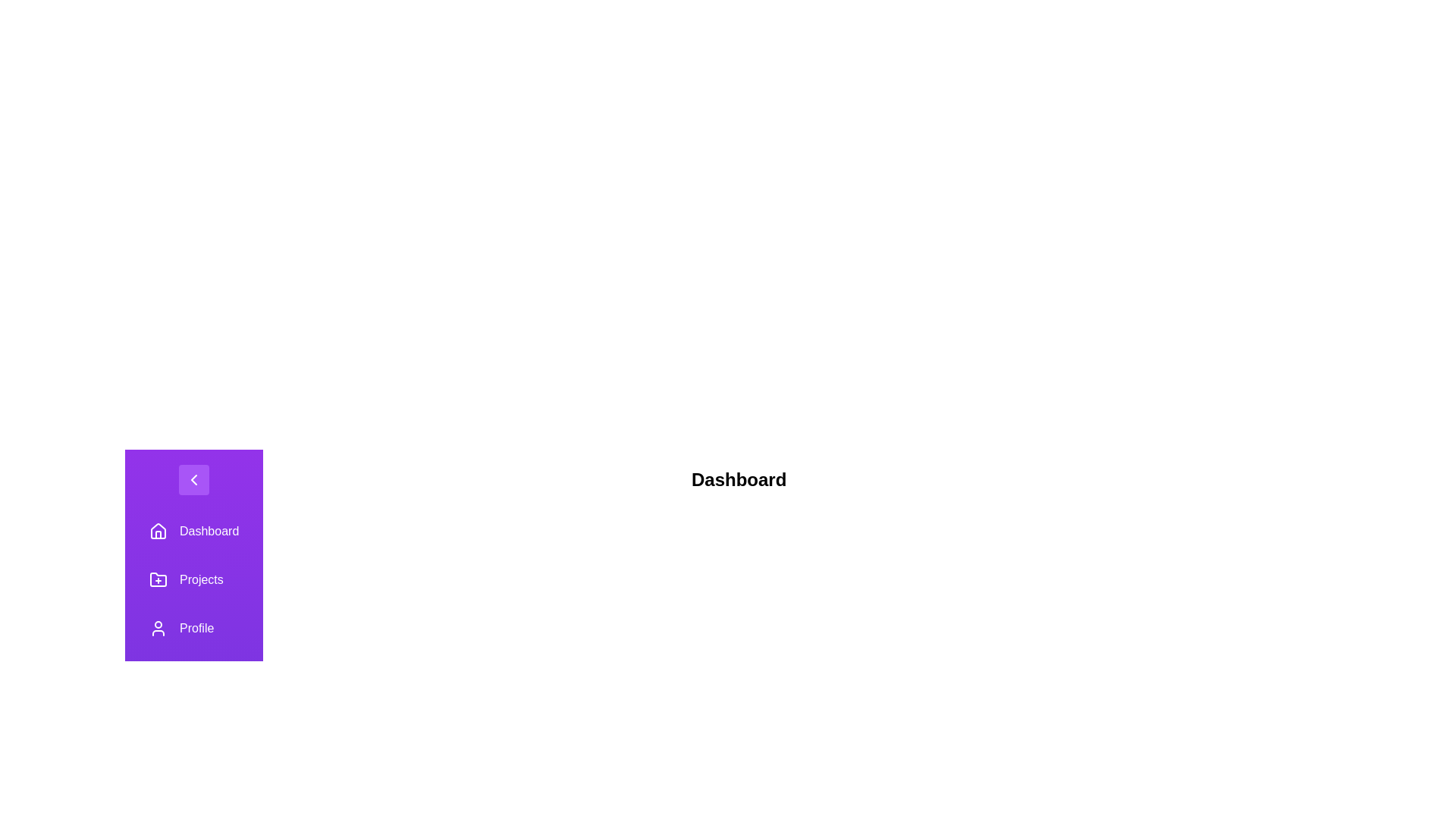 This screenshot has width=1456, height=819. Describe the element at coordinates (193, 479) in the screenshot. I see `the minimalist left-pointing arrow icon located at the top of the vertical navigation menu on a purple background` at that location.